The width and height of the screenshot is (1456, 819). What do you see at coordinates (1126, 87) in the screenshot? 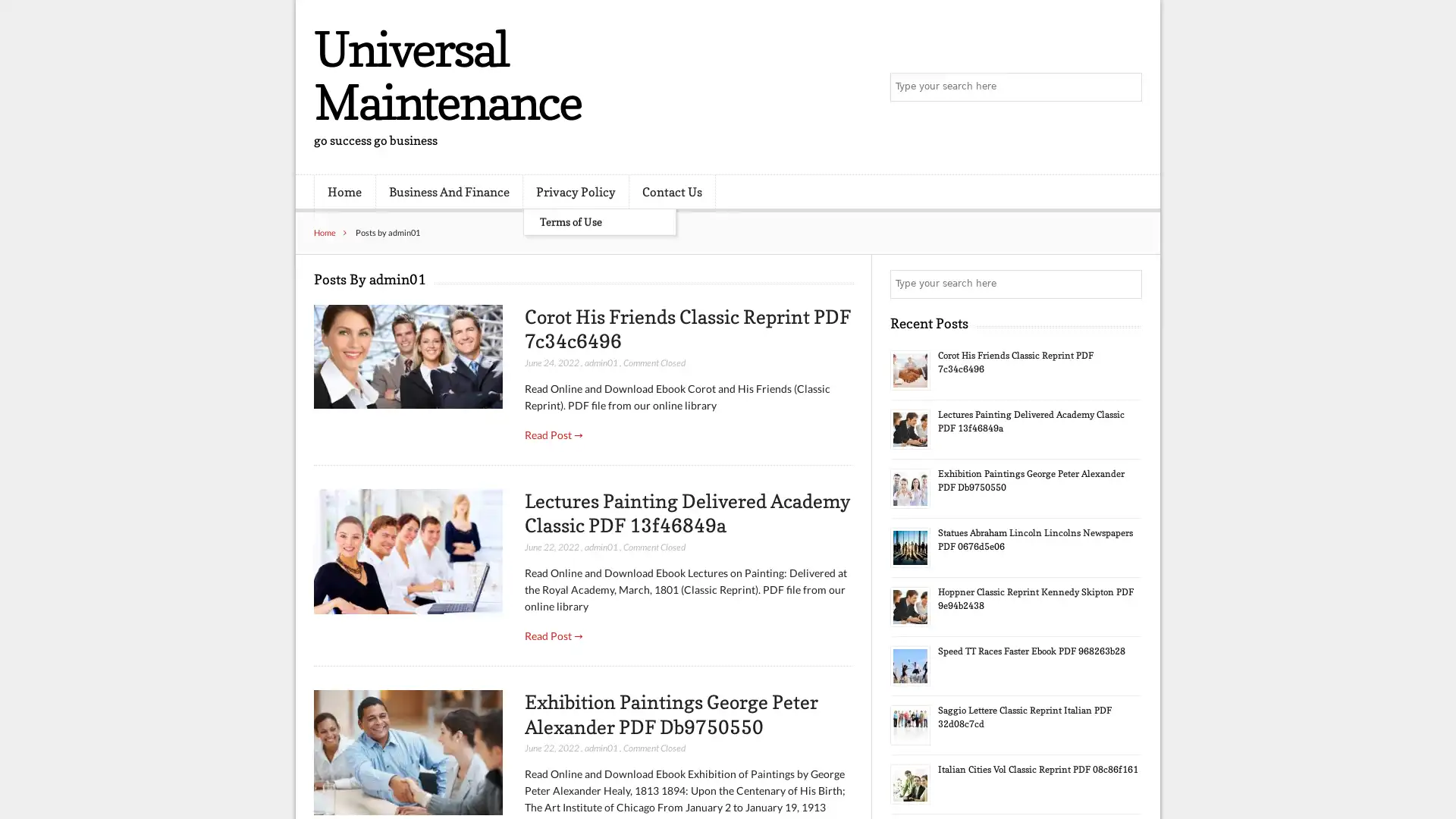
I see `Search` at bounding box center [1126, 87].